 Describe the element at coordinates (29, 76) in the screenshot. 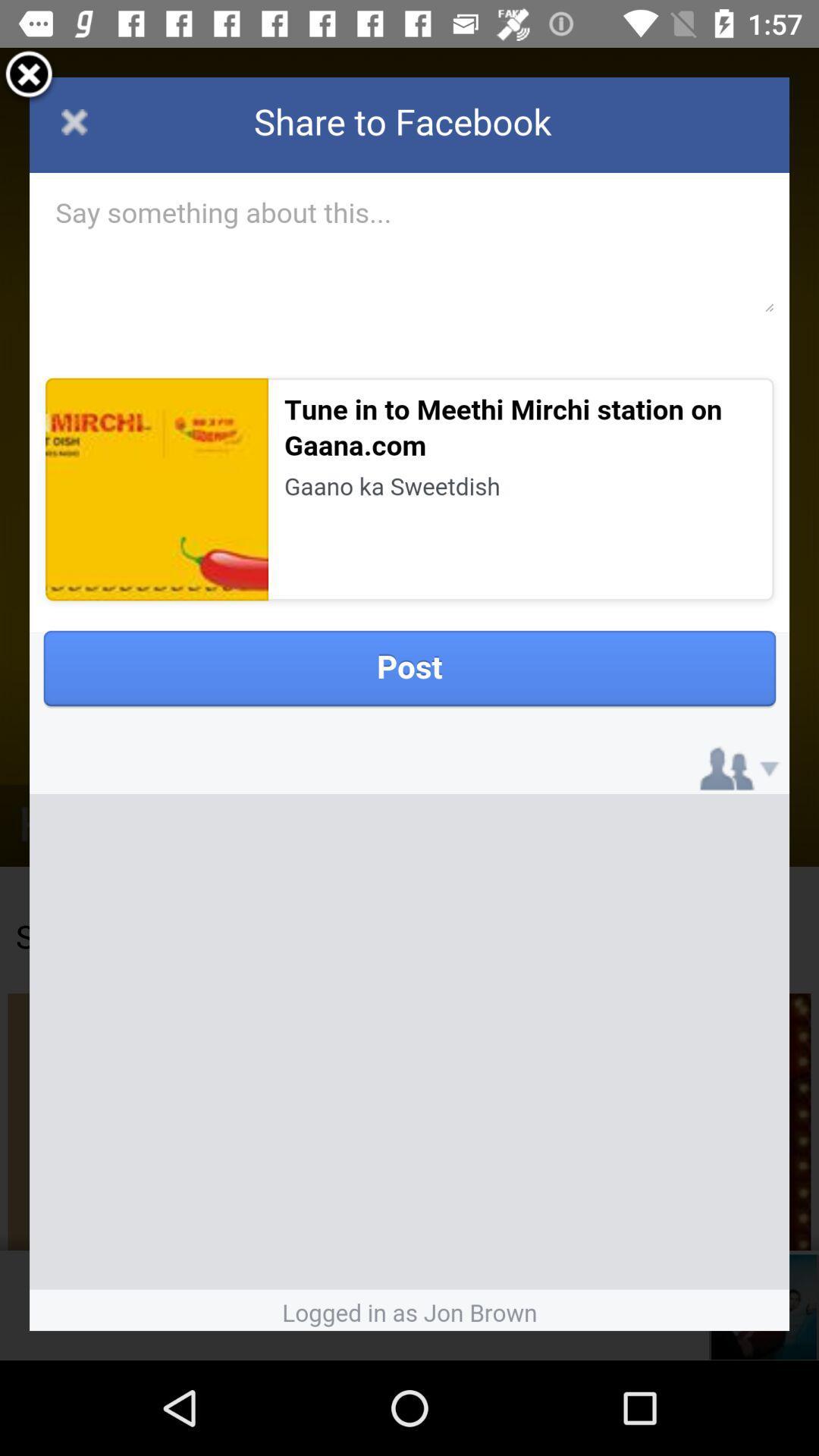

I see `window` at that location.